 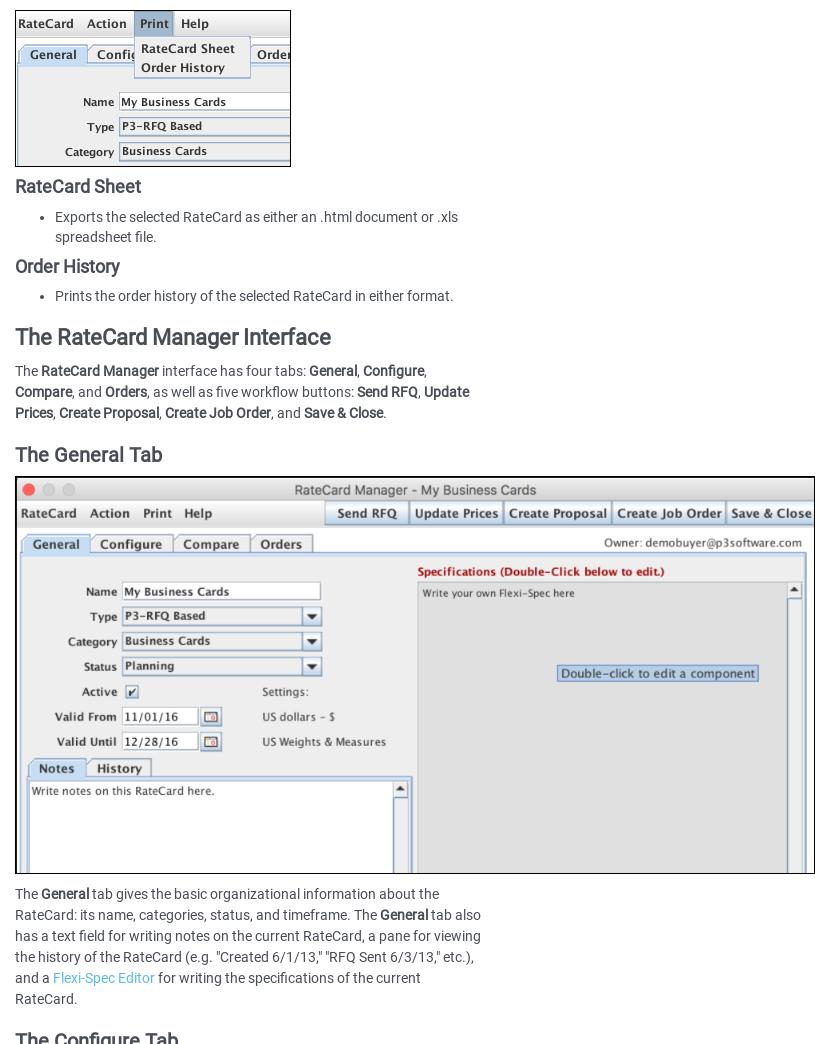 I want to click on 'Order History', so click(x=66, y=264).